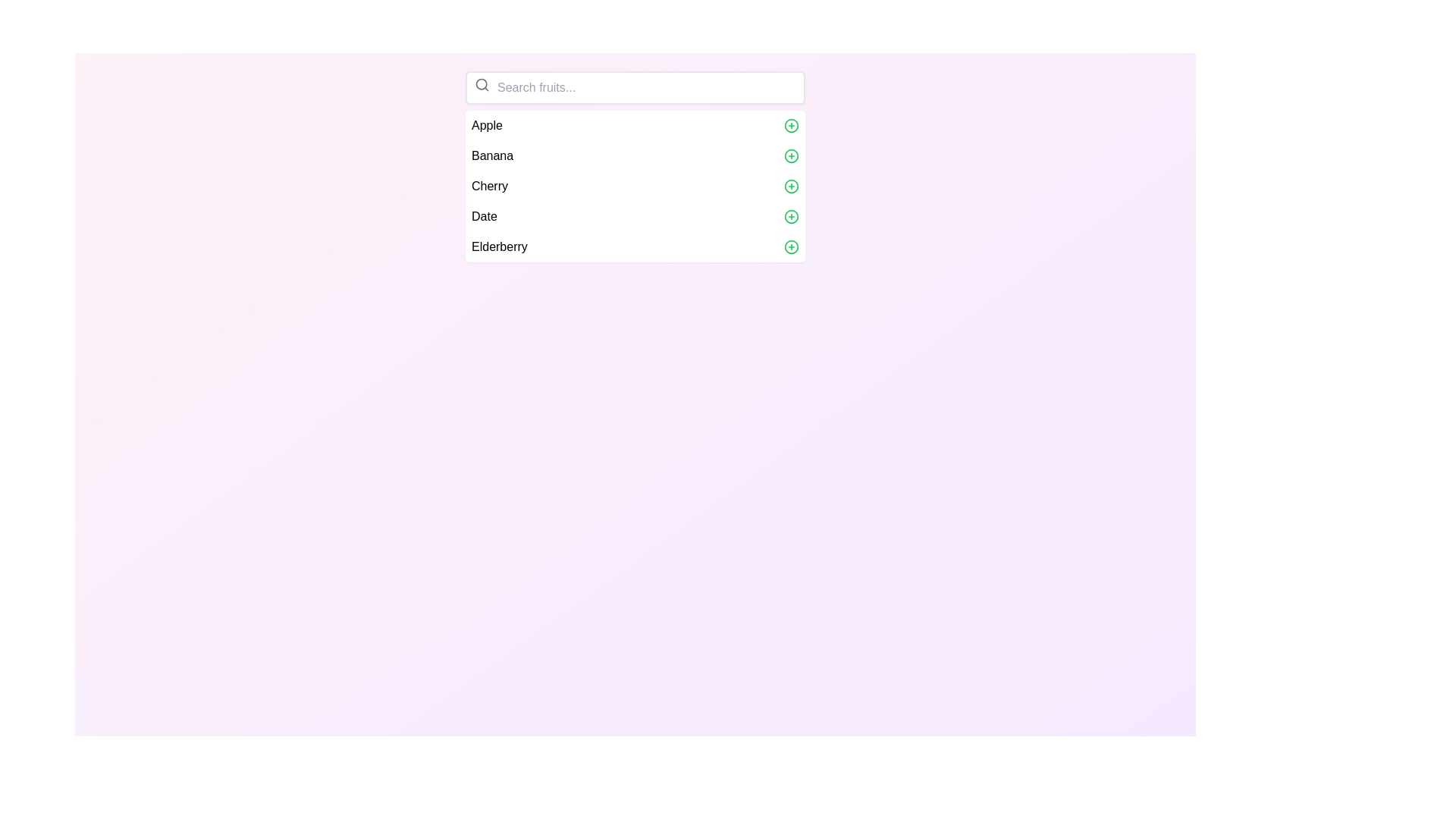  Describe the element at coordinates (790, 124) in the screenshot. I see `the circular green-bordered button with a '+' symbol, located next to the text 'Apple'` at that location.